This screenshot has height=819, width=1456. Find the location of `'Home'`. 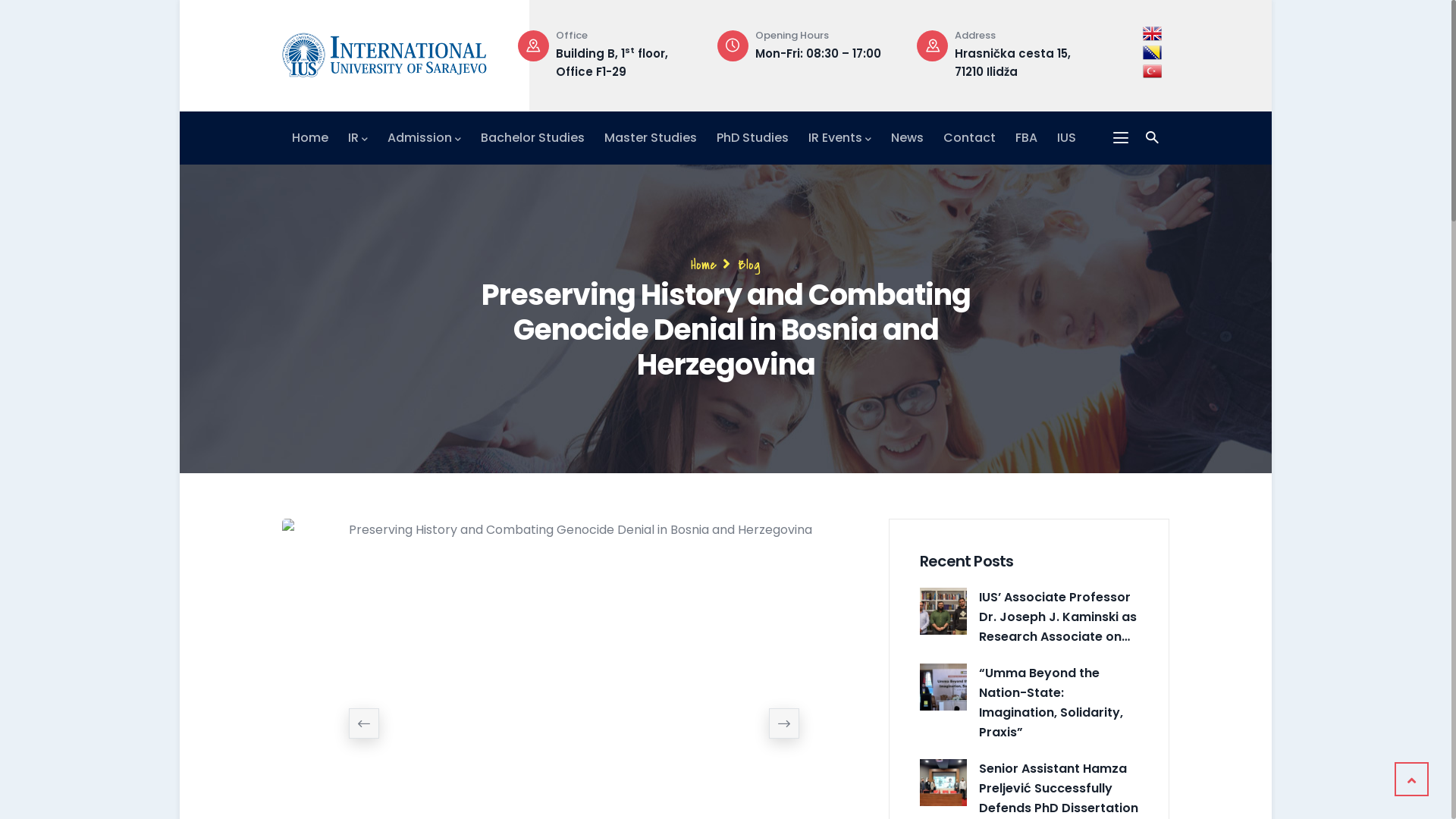

'Home' is located at coordinates (309, 137).